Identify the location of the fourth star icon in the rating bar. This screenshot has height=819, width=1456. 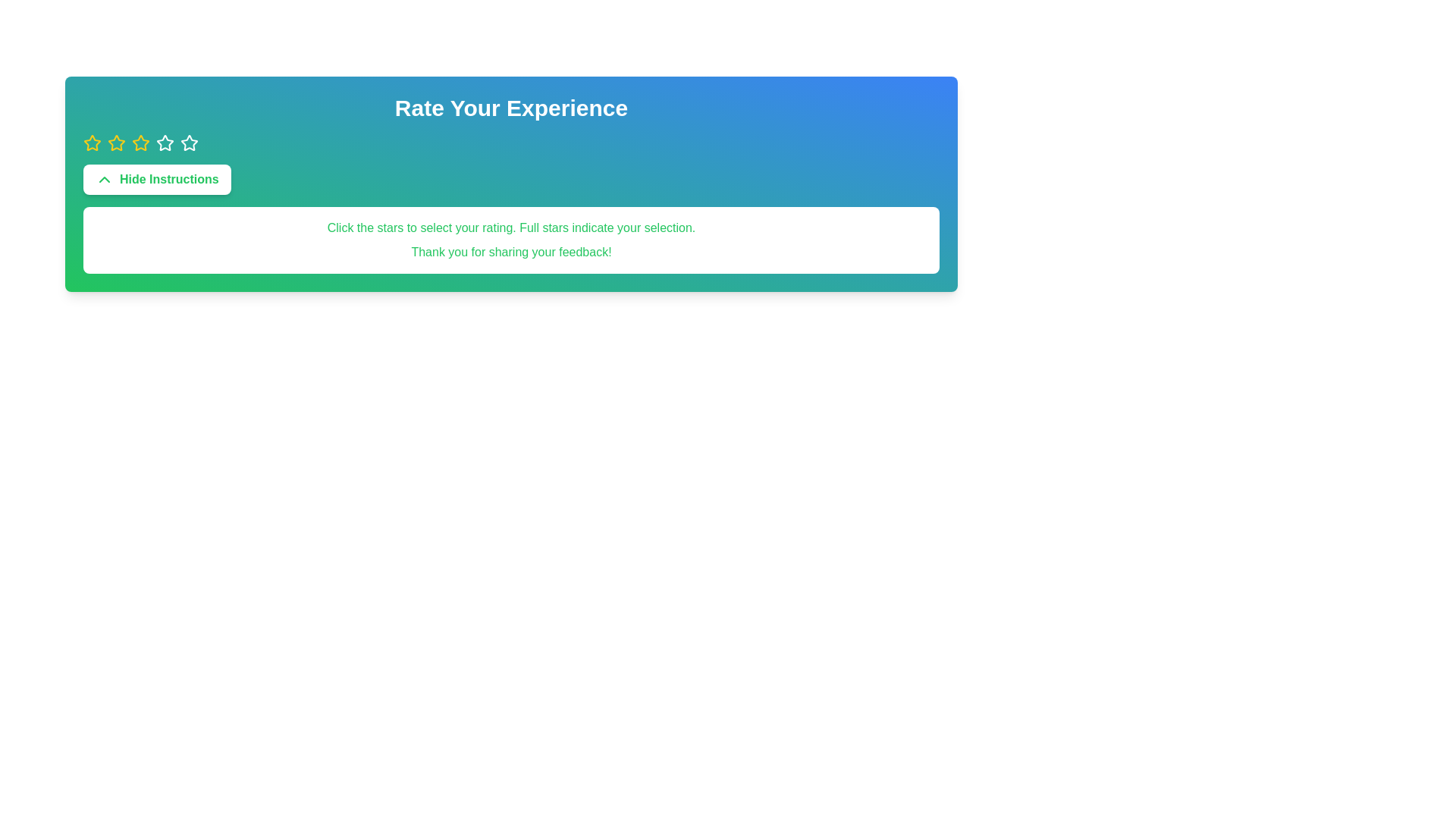
(188, 143).